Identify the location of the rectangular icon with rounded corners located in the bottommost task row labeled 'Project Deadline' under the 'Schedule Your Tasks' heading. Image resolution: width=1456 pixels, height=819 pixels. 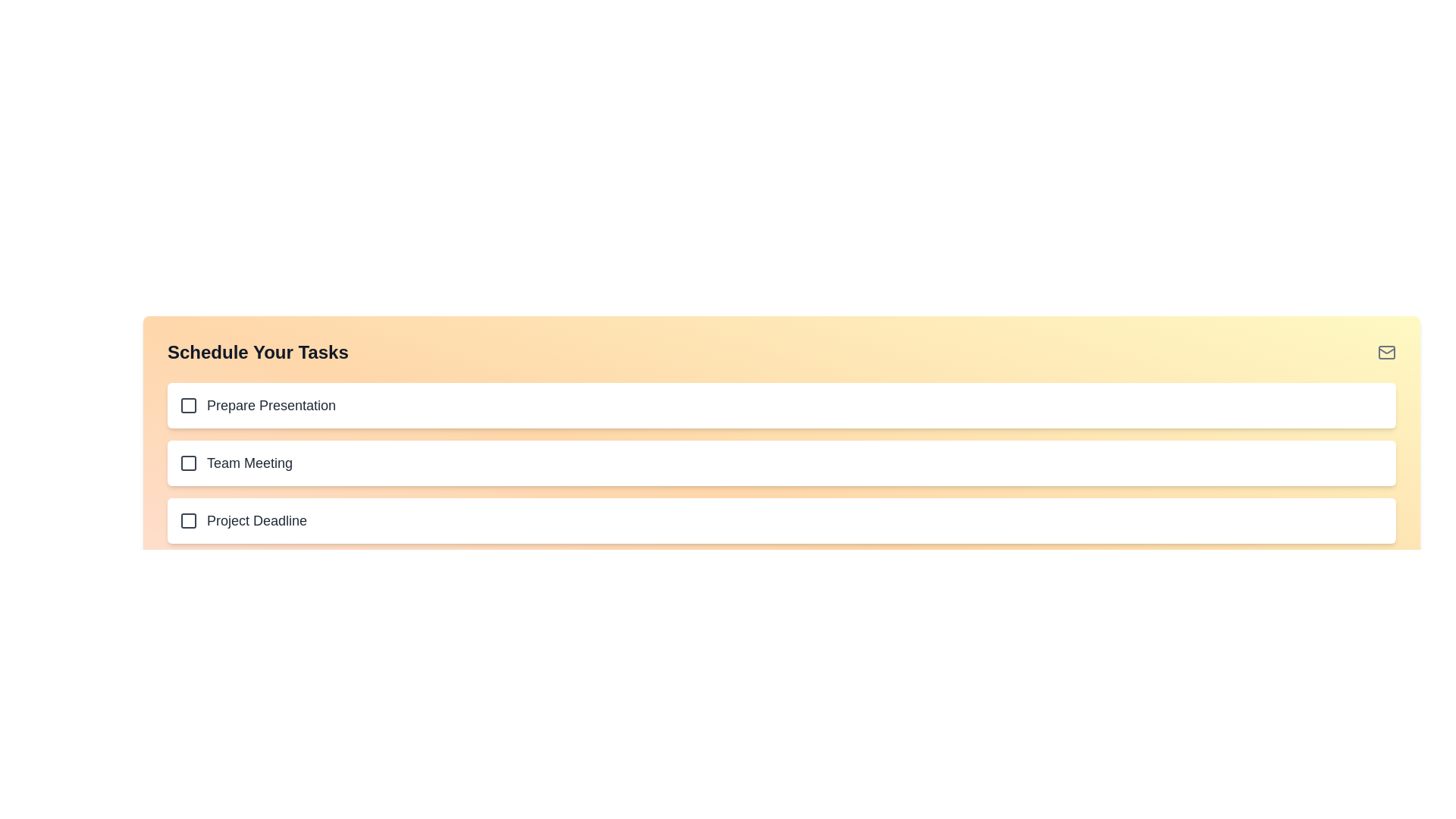
(188, 519).